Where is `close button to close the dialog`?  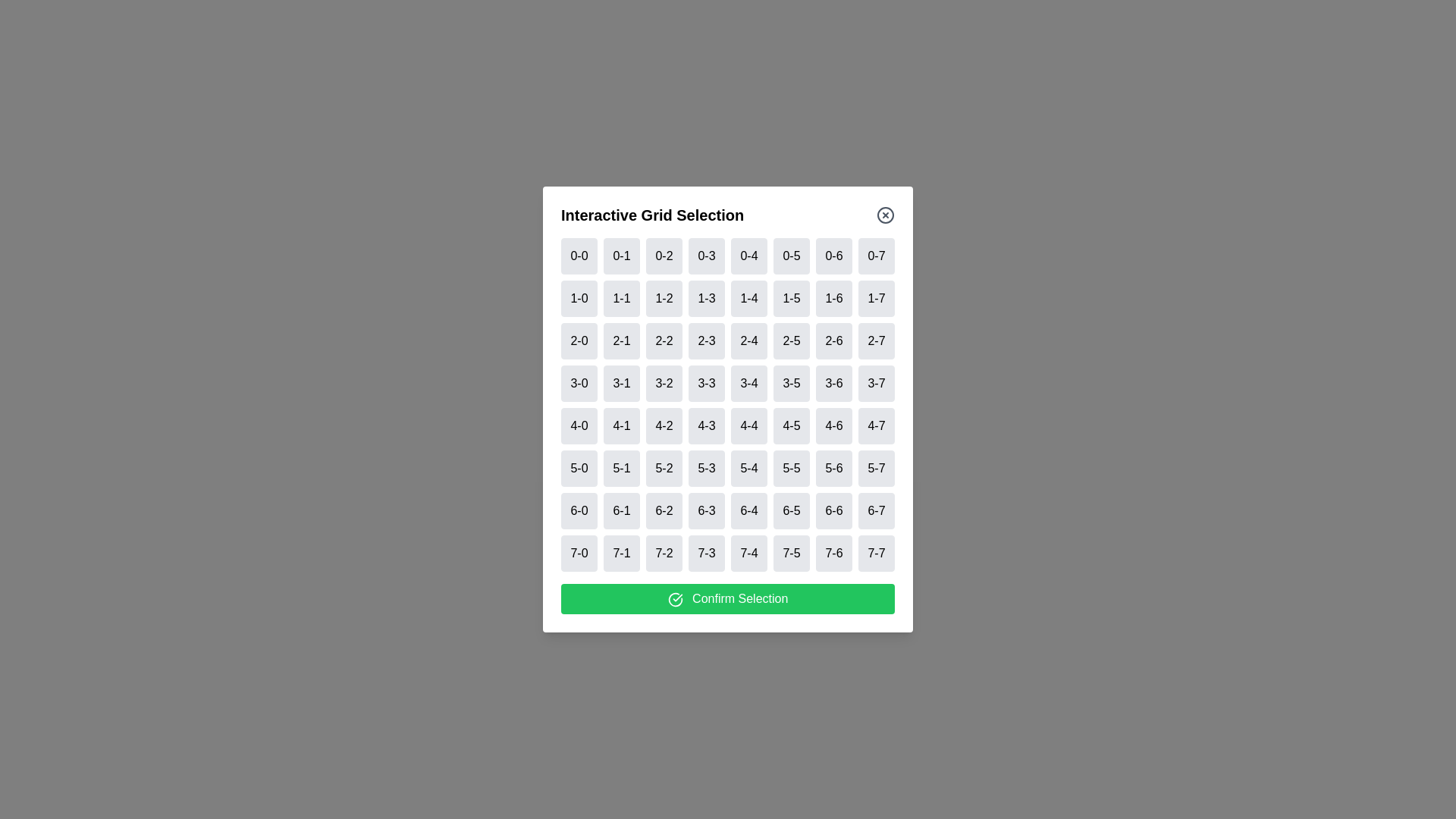 close button to close the dialog is located at coordinates (885, 215).